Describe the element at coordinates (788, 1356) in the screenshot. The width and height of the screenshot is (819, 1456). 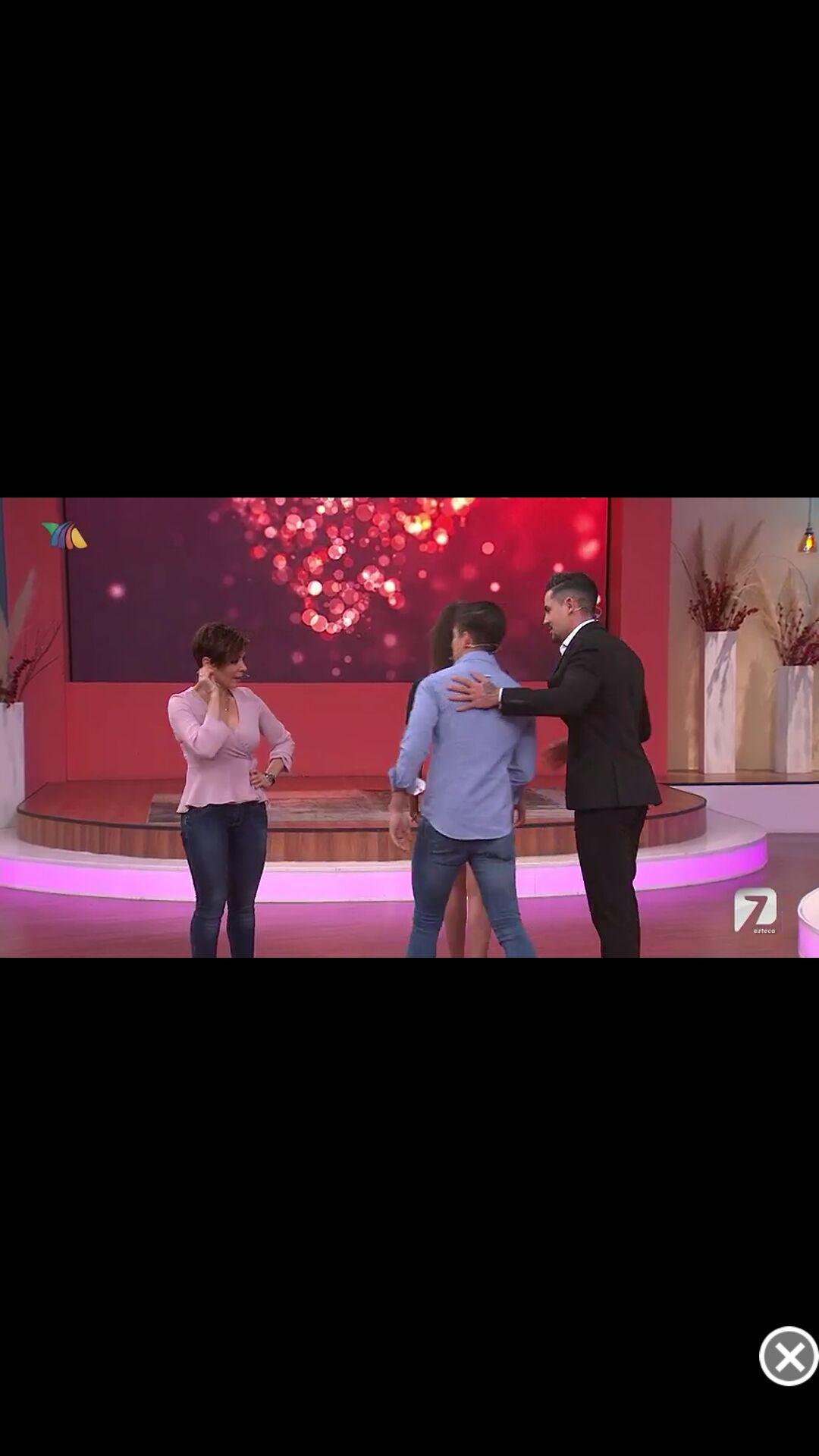
I see `closes the video` at that location.